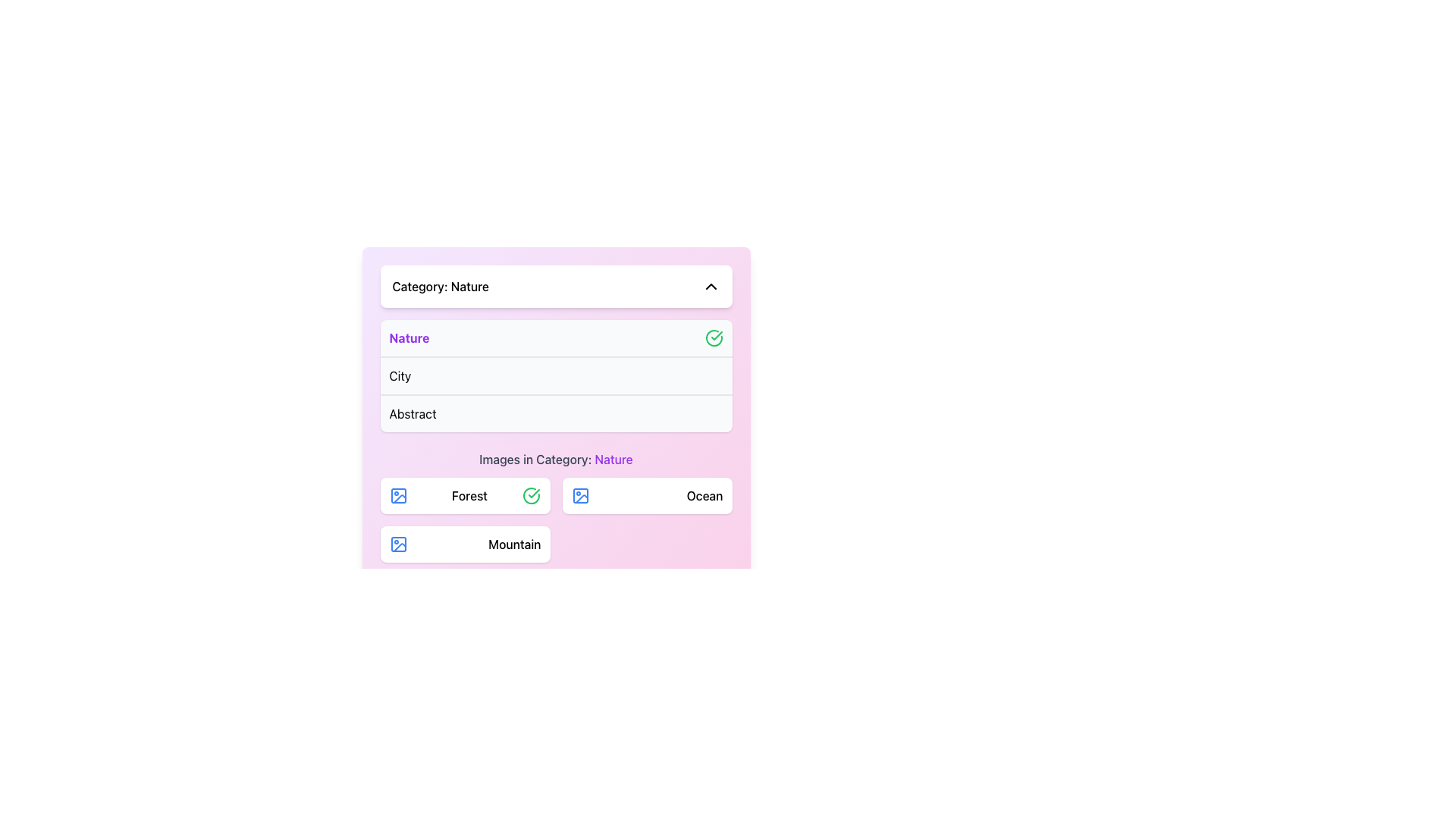 This screenshot has height=819, width=1456. Describe the element at coordinates (710, 287) in the screenshot. I see `the Icon (Chevron-Up) located in the upper right corner of the 'Category: Nature' header` at that location.